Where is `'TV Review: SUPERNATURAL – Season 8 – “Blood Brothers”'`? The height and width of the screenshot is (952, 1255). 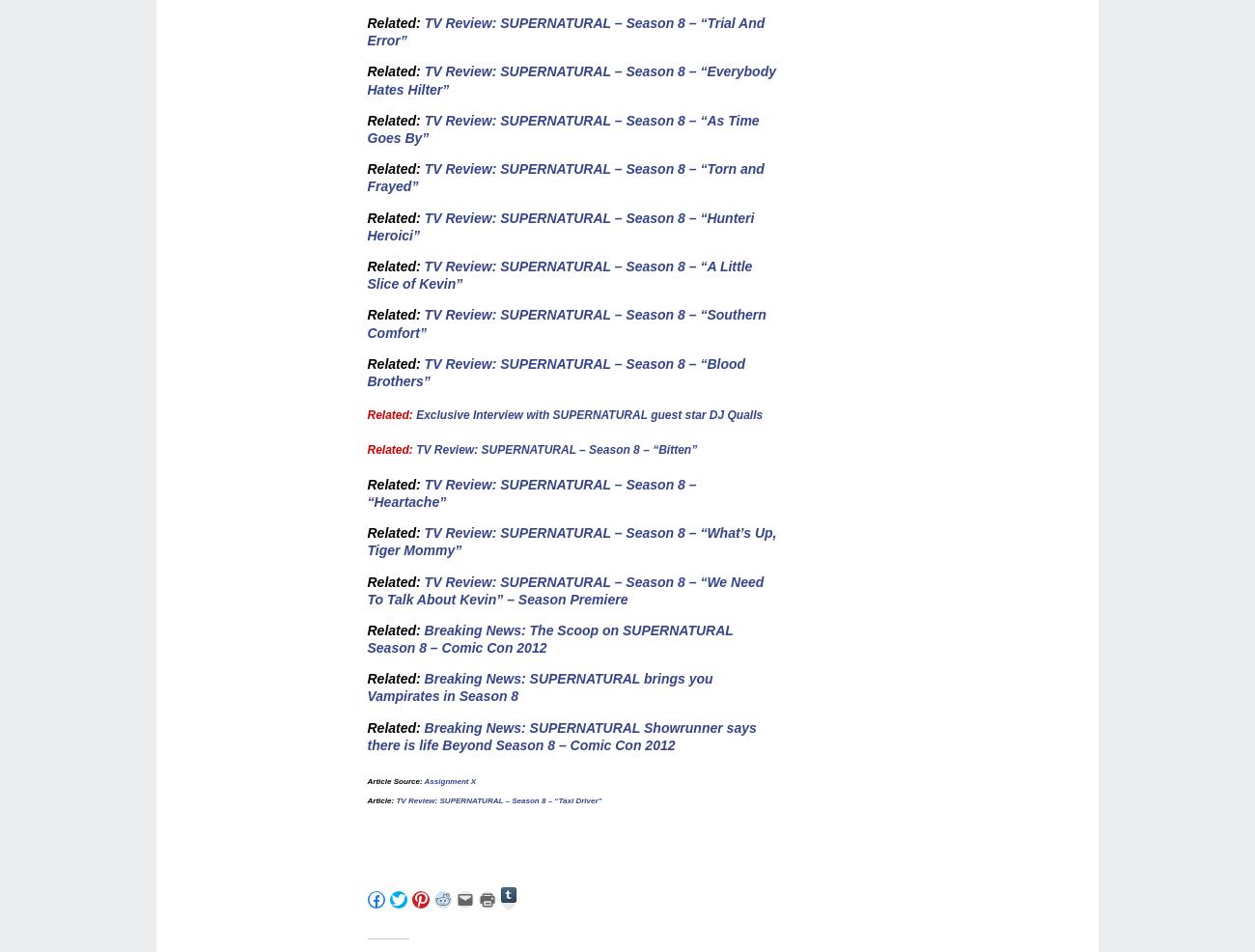
'TV Review: SUPERNATURAL – Season 8 – “Blood Brothers”' is located at coordinates (555, 371).